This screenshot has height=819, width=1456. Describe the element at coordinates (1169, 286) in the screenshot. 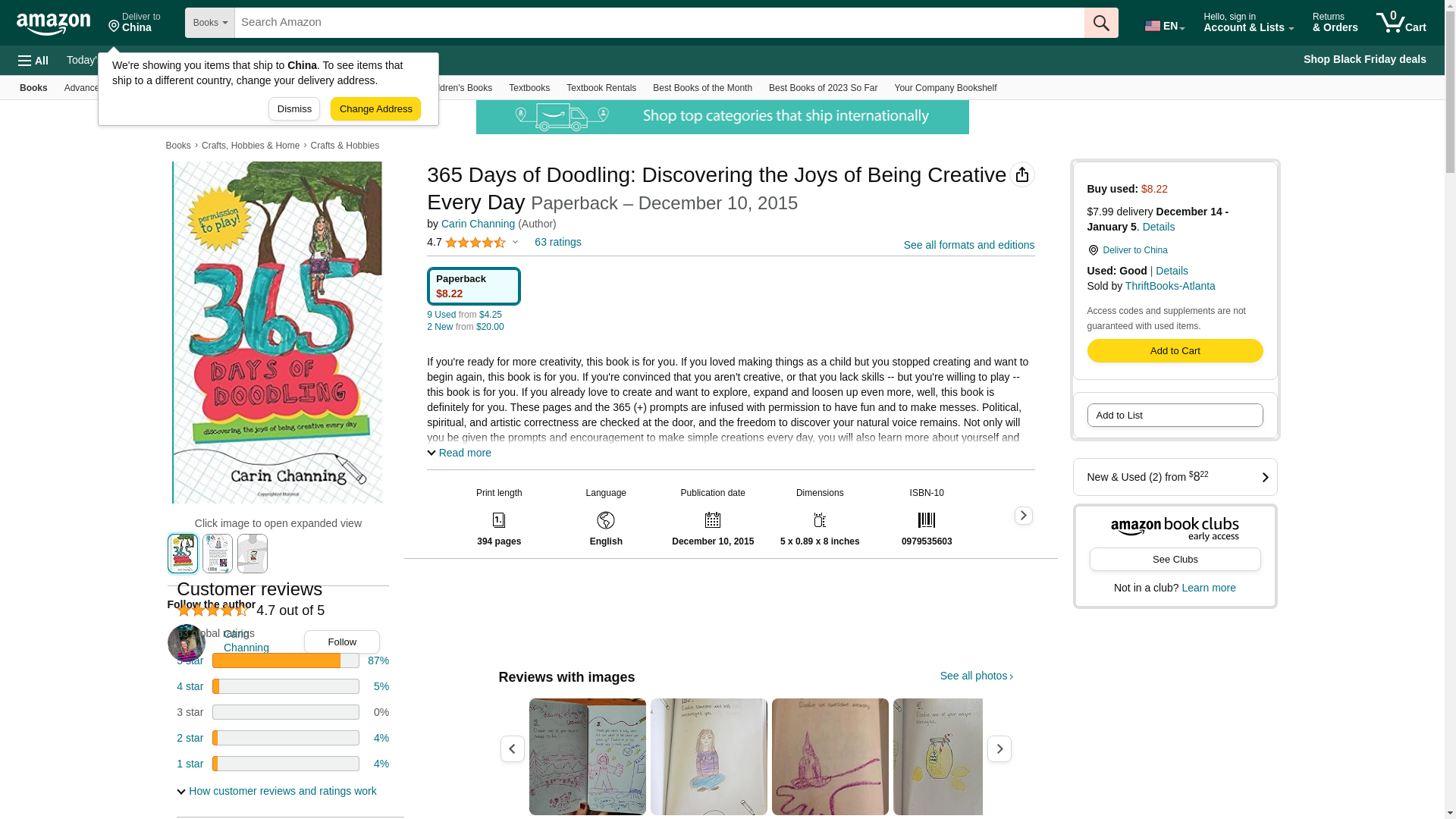

I see `'ThriftBooks-Atlanta'` at that location.